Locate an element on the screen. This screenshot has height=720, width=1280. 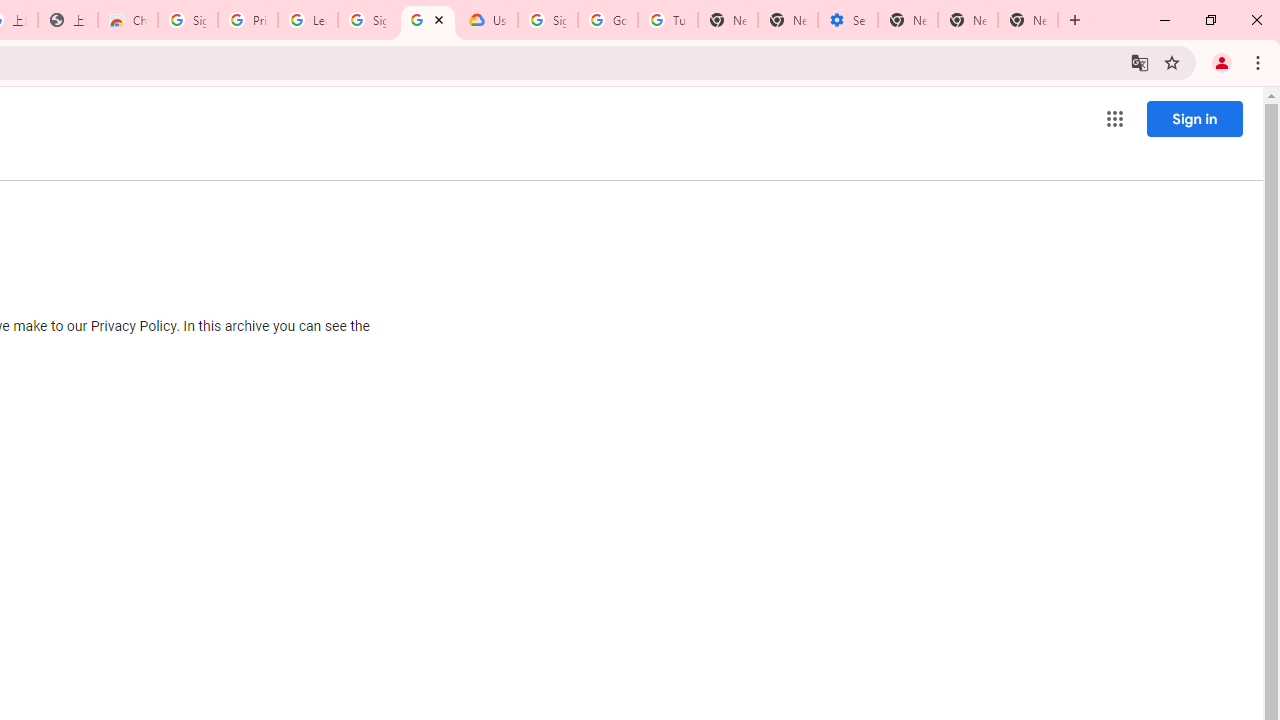
'Sign in - Google Accounts' is located at coordinates (187, 20).